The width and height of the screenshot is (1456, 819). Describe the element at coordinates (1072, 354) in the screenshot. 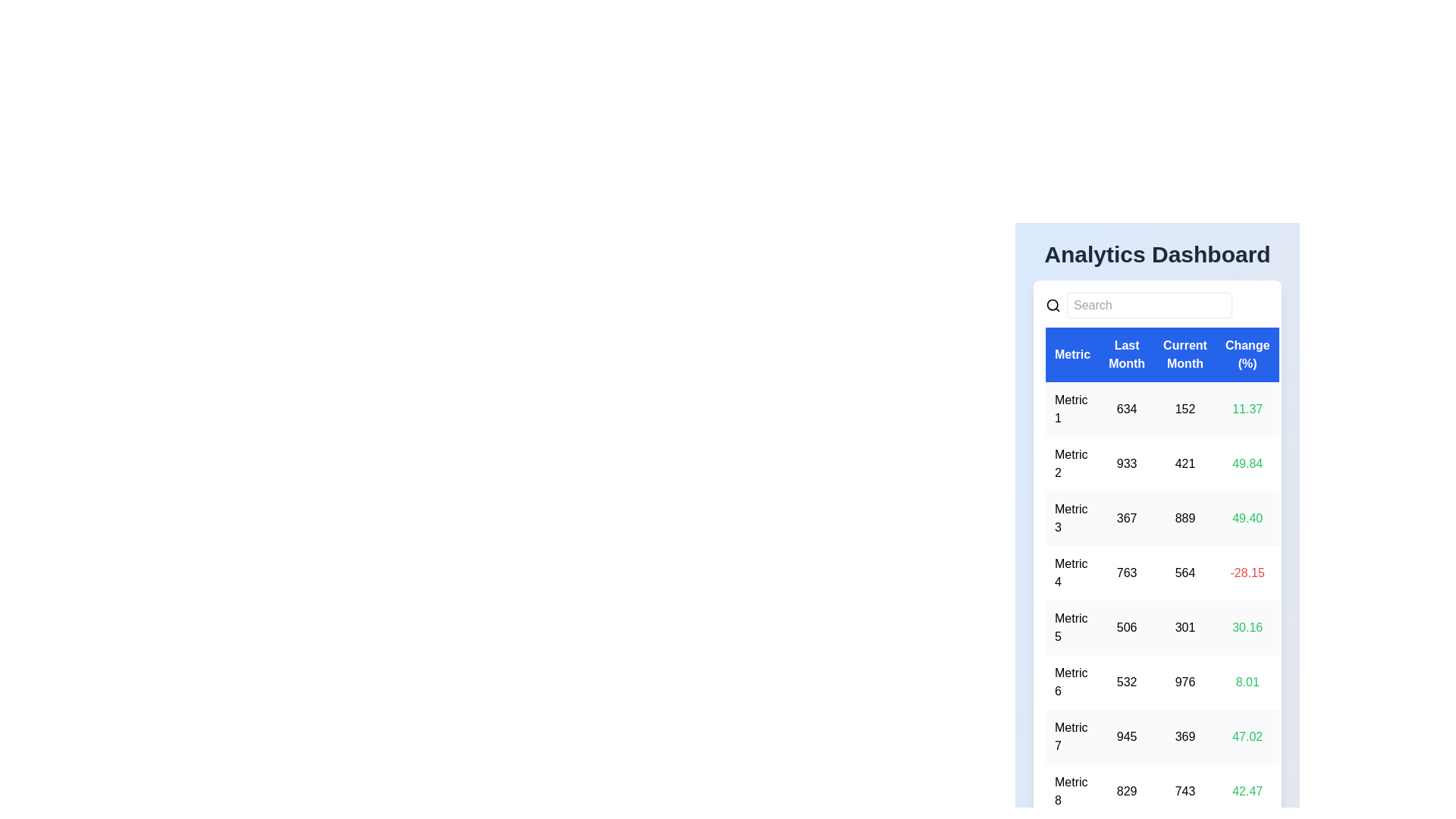

I see `the table header labeled 'Metric' to sort the data by that column` at that location.